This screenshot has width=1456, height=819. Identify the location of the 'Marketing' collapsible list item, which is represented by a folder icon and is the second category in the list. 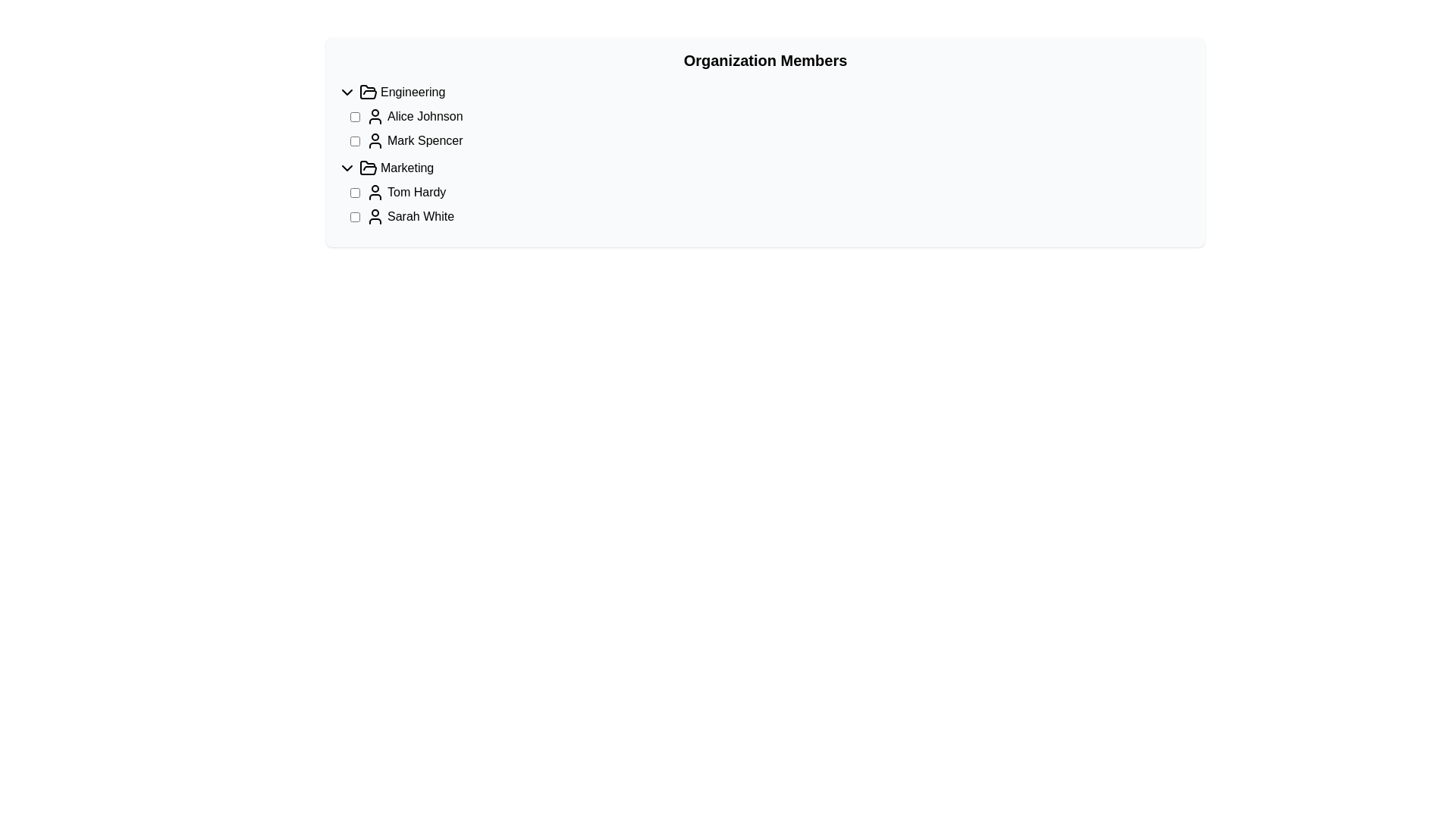
(386, 168).